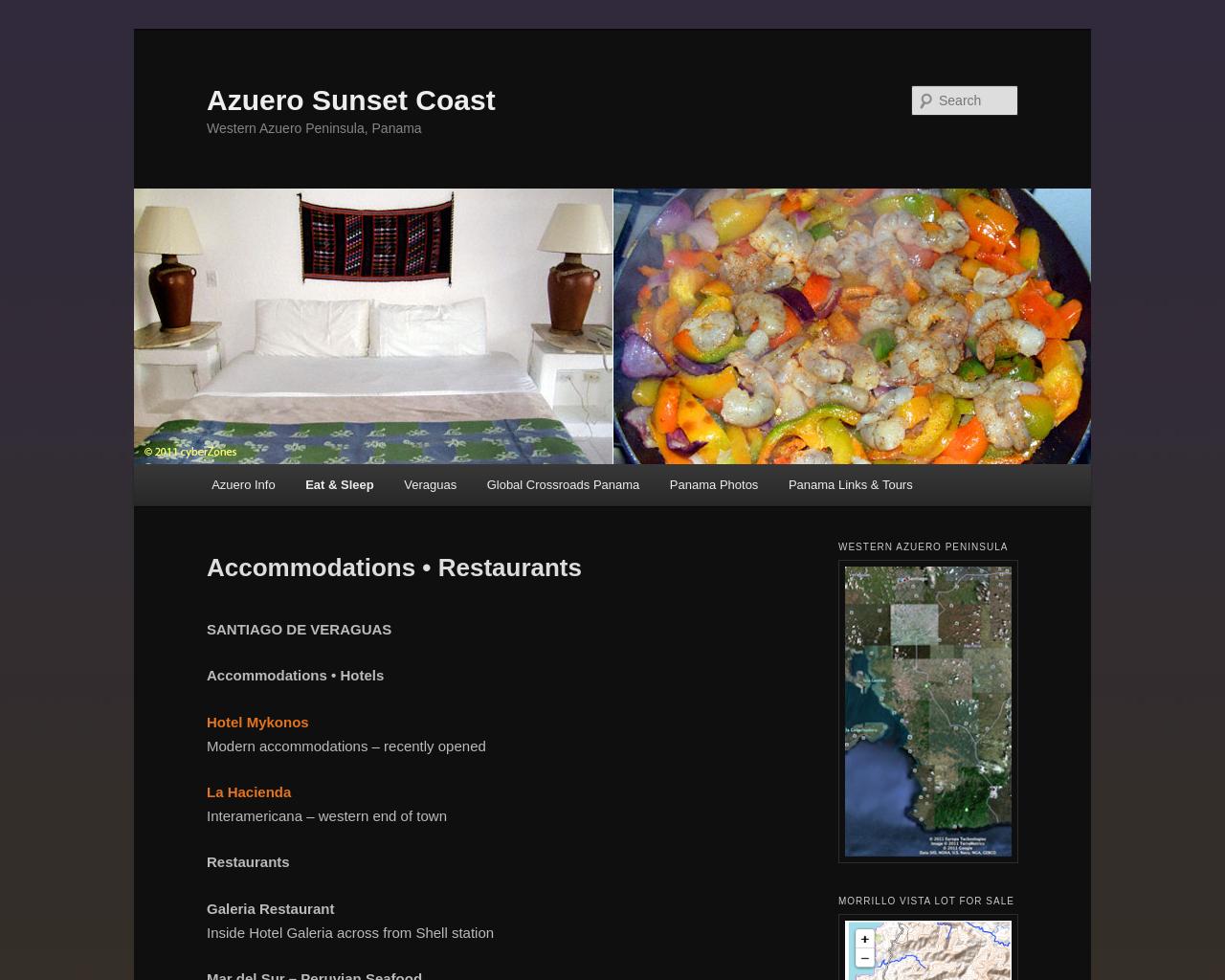 The height and width of the screenshot is (980, 1225). Describe the element at coordinates (269, 908) in the screenshot. I see `'Galeria Restaurant'` at that location.